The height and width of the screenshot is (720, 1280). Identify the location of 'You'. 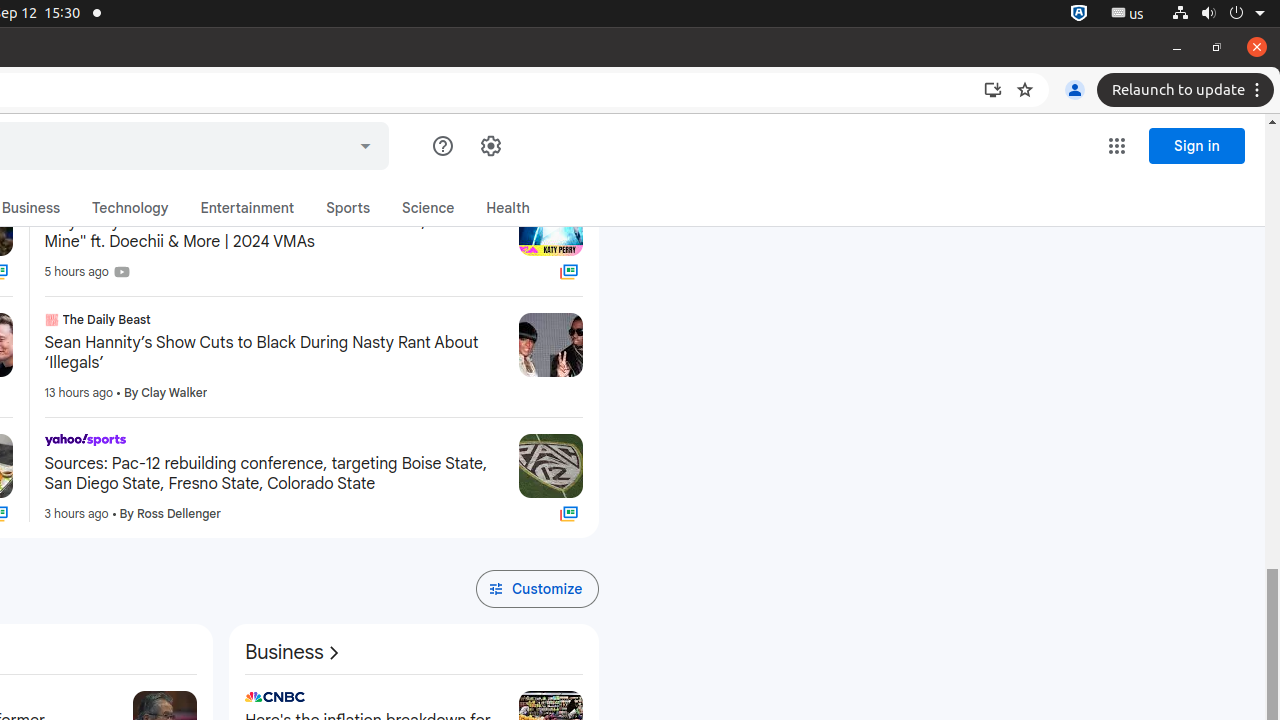
(1073, 90).